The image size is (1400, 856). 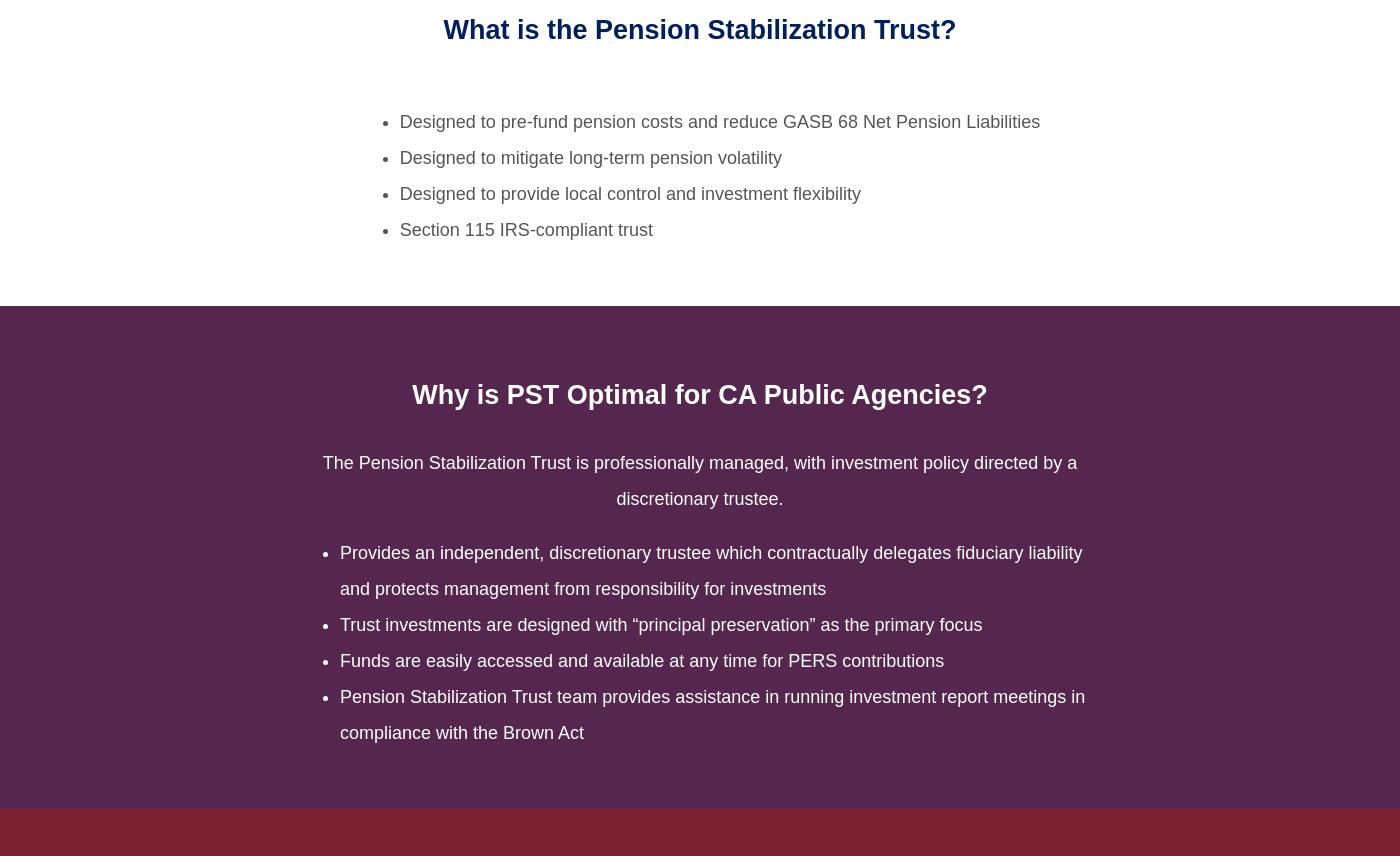 I want to click on 'Designed to mitigate long-term pension volatility', so click(x=590, y=156).